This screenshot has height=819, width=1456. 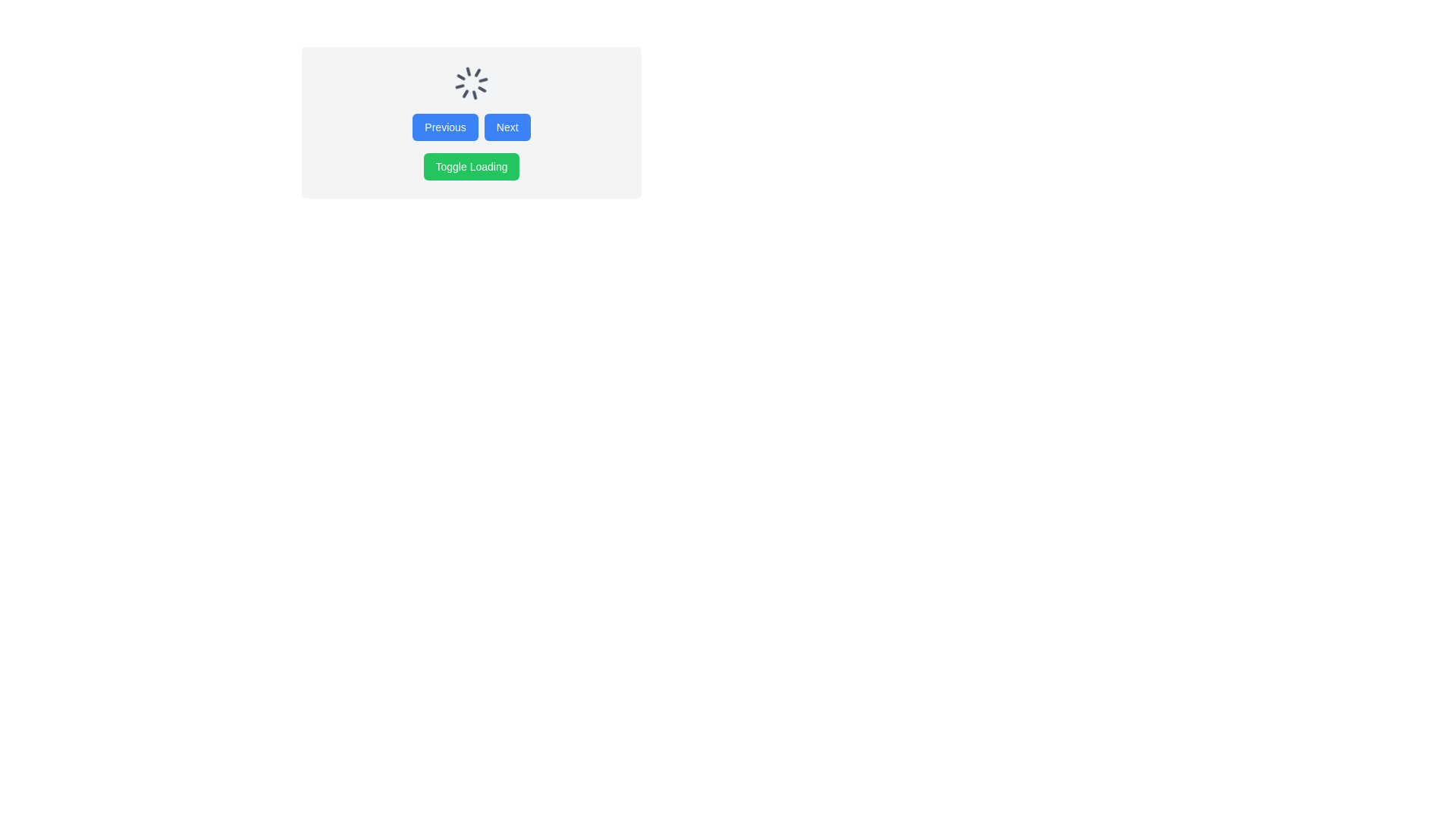 I want to click on the spinner animation, which is a circular shape made of gray lines, centered at the top of a light gray rectangular background, so click(x=471, y=83).